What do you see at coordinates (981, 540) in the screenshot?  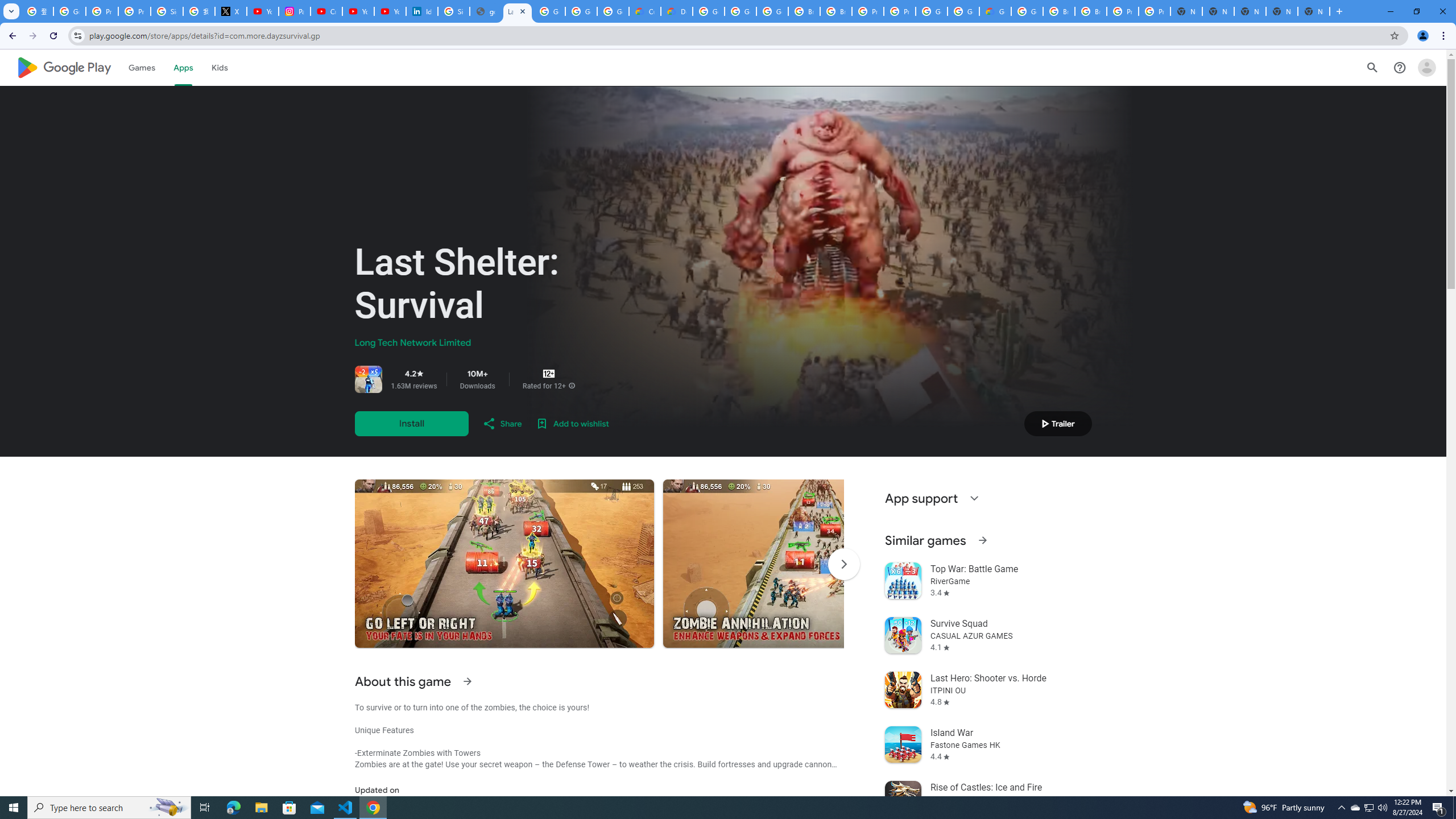 I see `'See more information on Similar games'` at bounding box center [981, 540].